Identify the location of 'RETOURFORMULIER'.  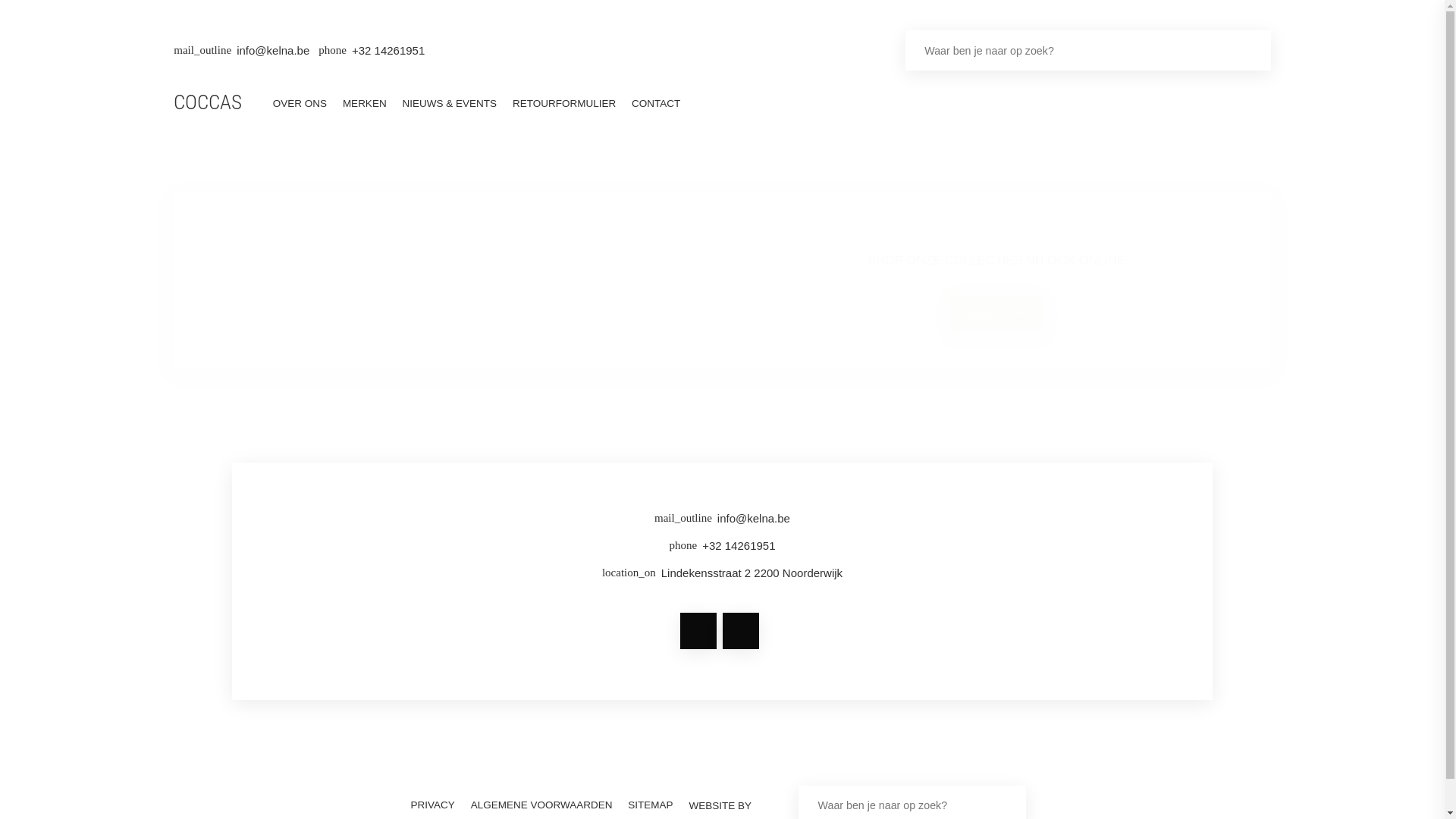
(563, 102).